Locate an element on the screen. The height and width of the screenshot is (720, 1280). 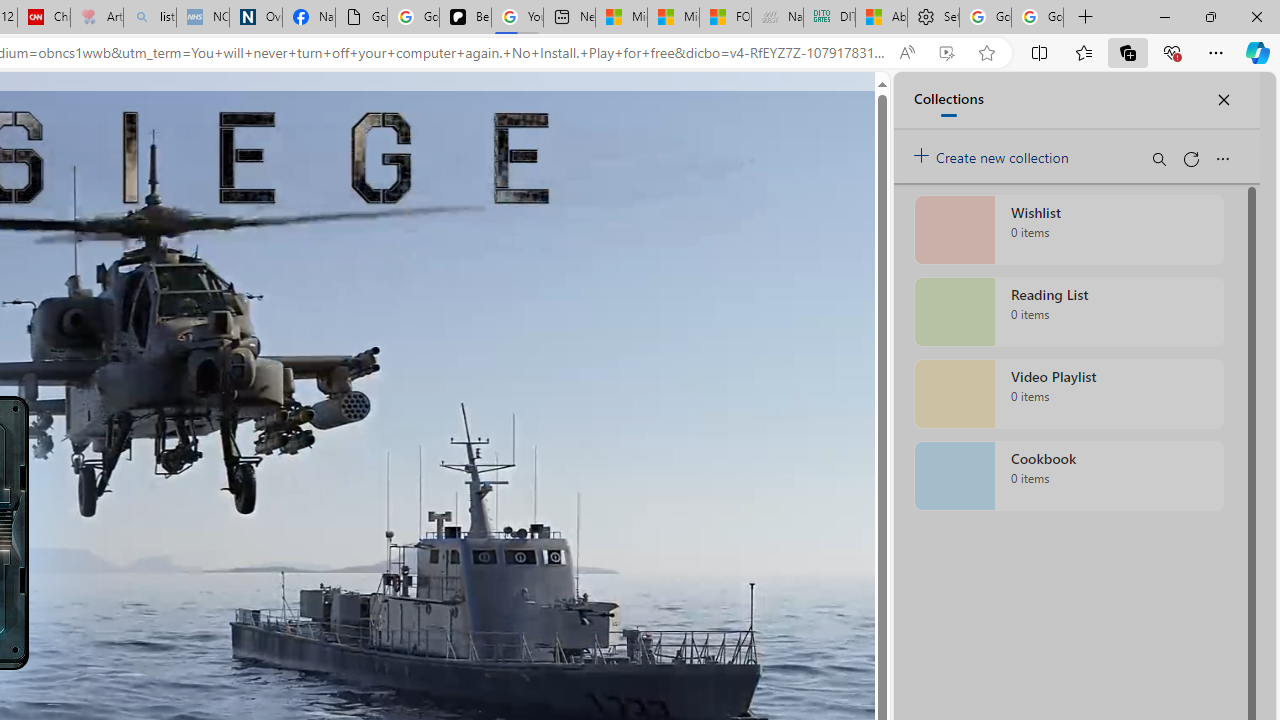
'Google Analytics Opt-out Browser Add-on Download Page' is located at coordinates (360, 17).